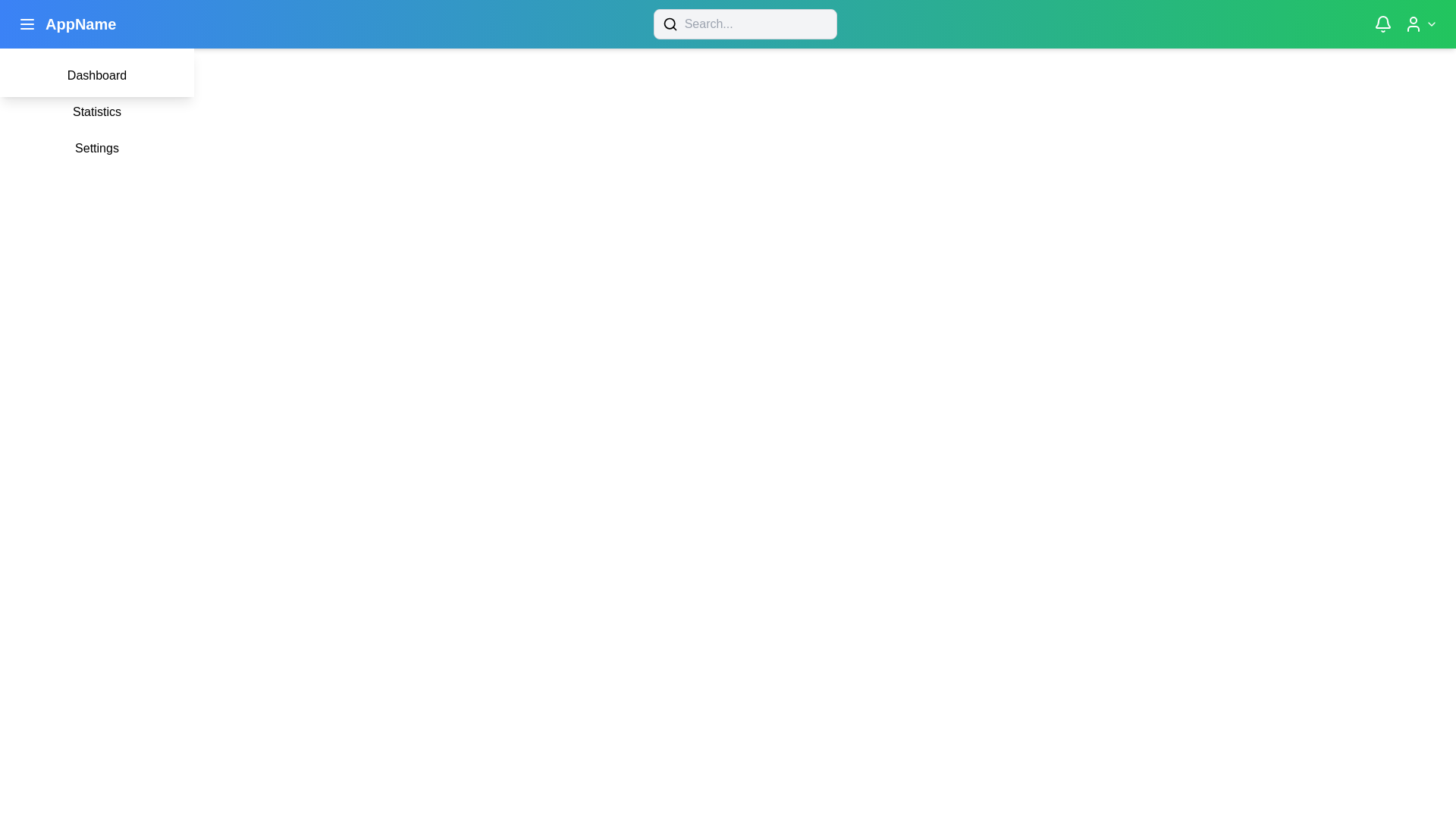 The height and width of the screenshot is (819, 1456). Describe the element at coordinates (80, 24) in the screenshot. I see `the bold white text label reading 'AppName' located in the header area, positioned immediately to the right of the hamburger menu icon` at that location.